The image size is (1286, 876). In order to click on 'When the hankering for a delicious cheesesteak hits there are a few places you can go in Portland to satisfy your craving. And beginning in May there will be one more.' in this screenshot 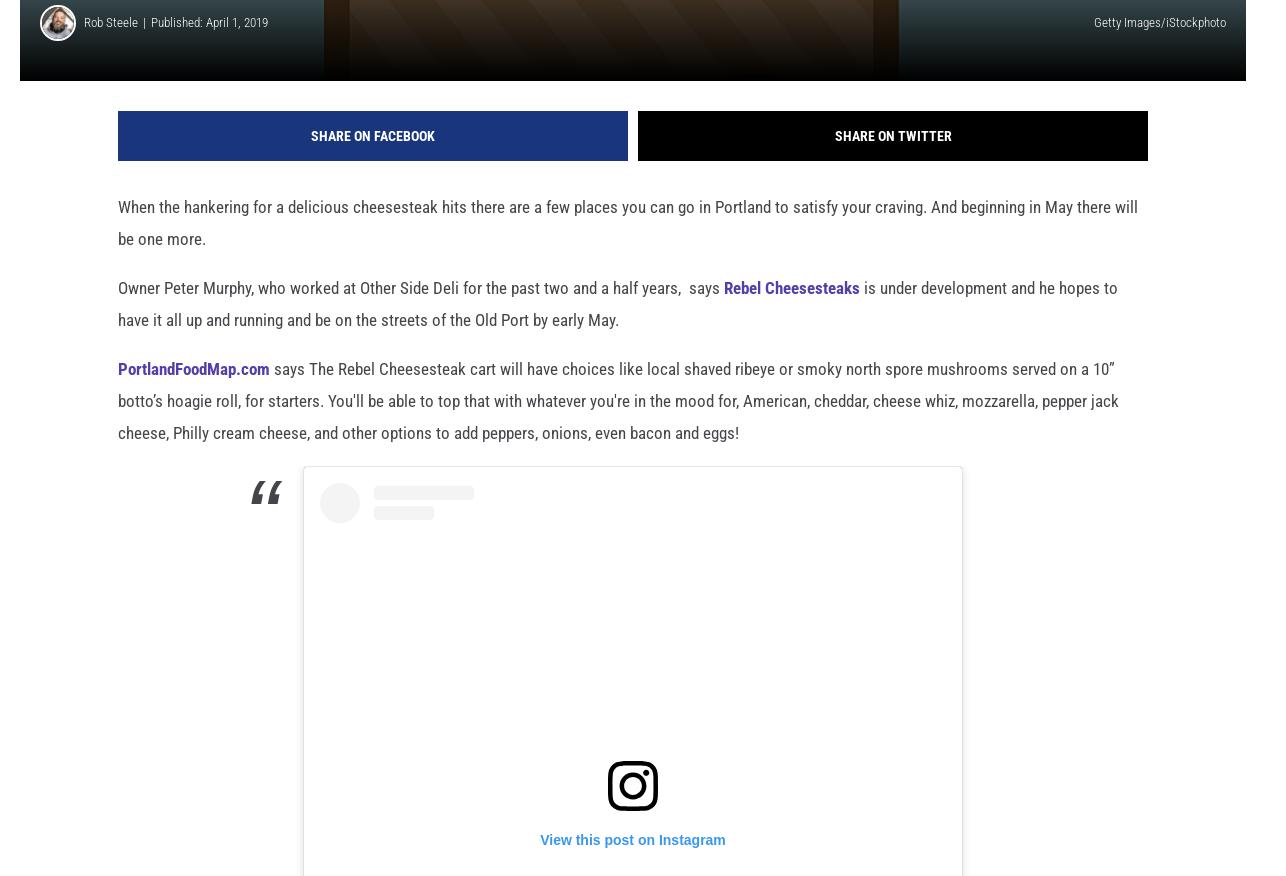, I will do `click(118, 254)`.